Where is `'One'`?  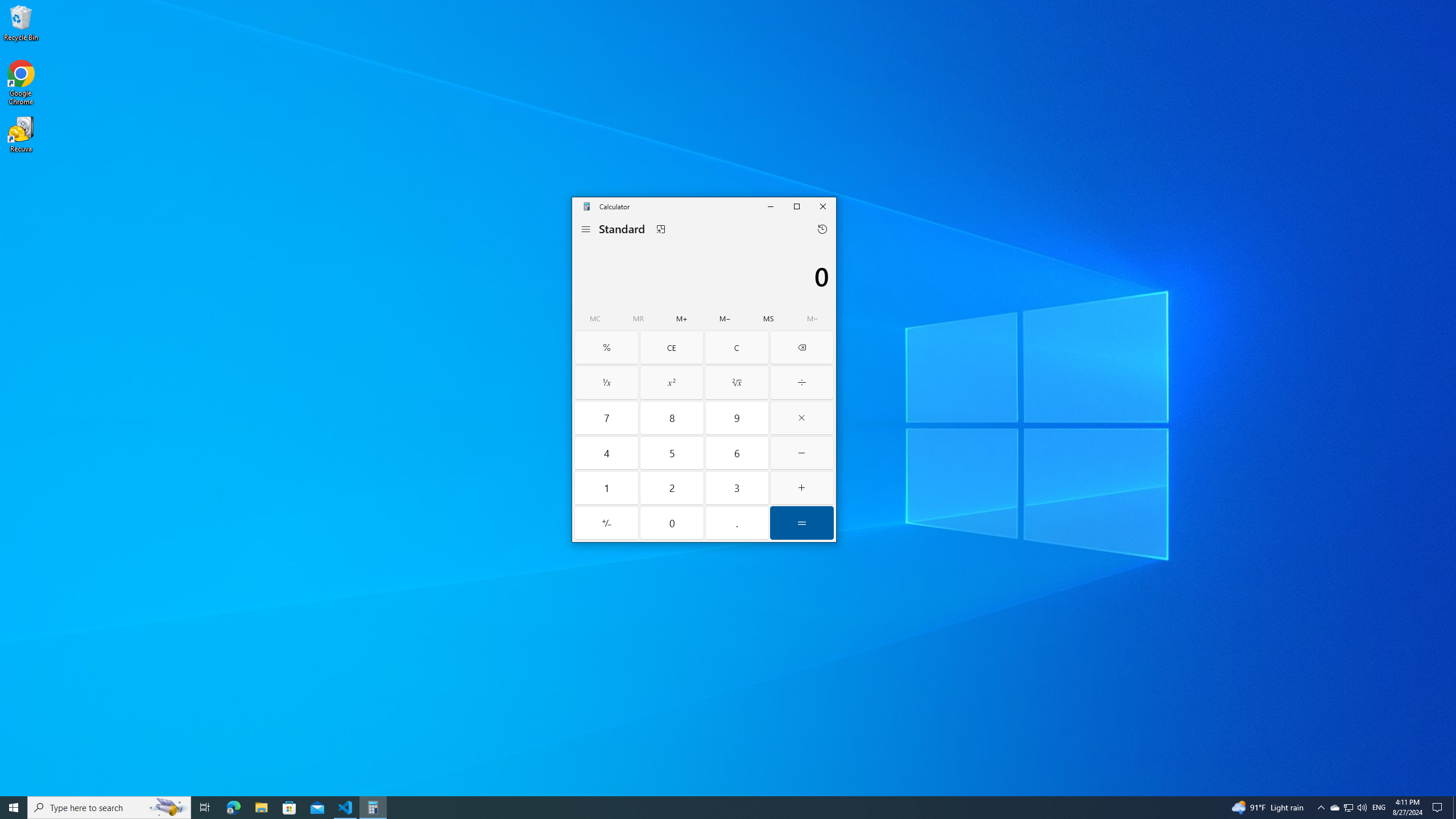
'One' is located at coordinates (607, 487).